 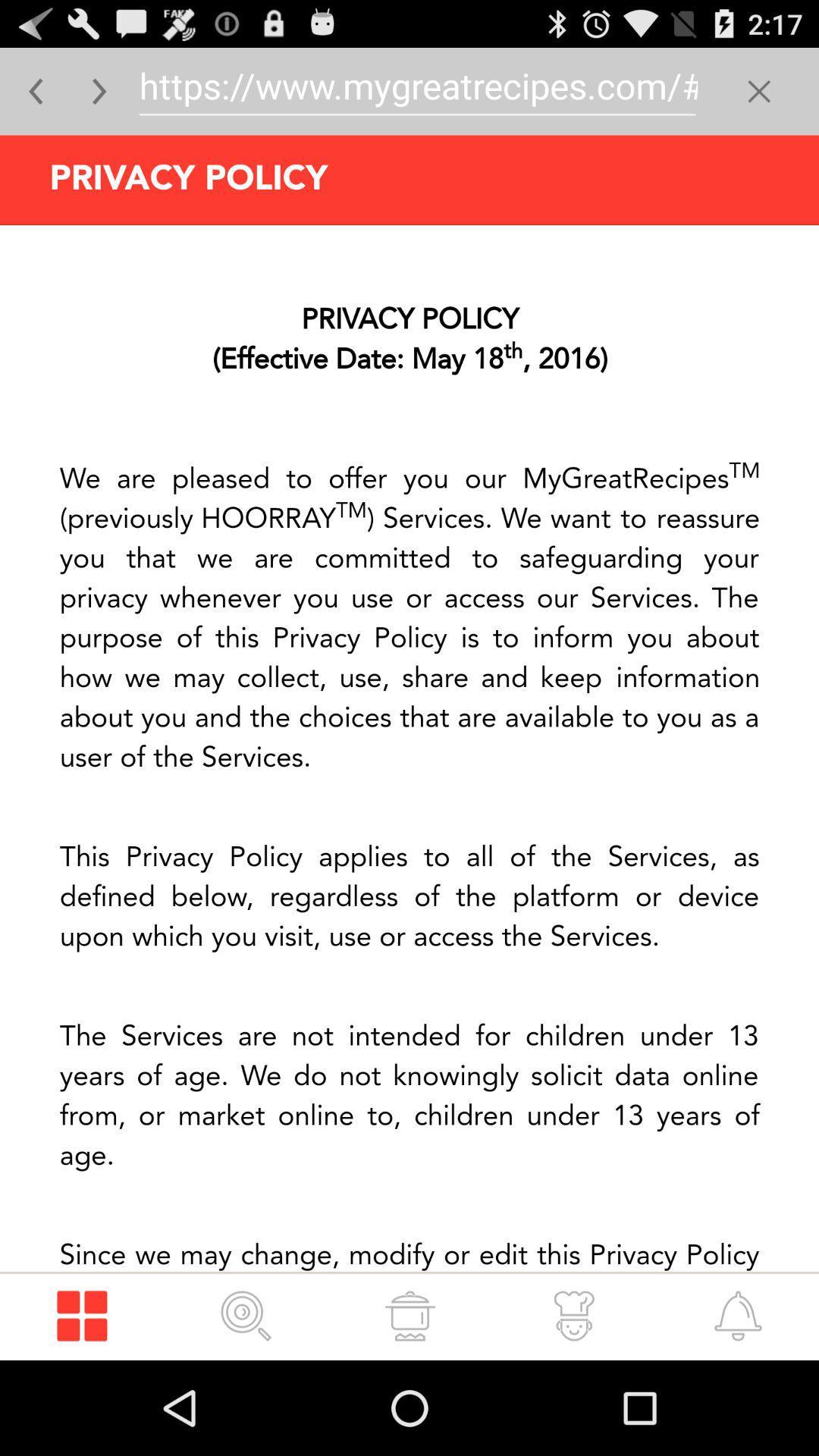 What do you see at coordinates (759, 90) in the screenshot?
I see `cut option` at bounding box center [759, 90].